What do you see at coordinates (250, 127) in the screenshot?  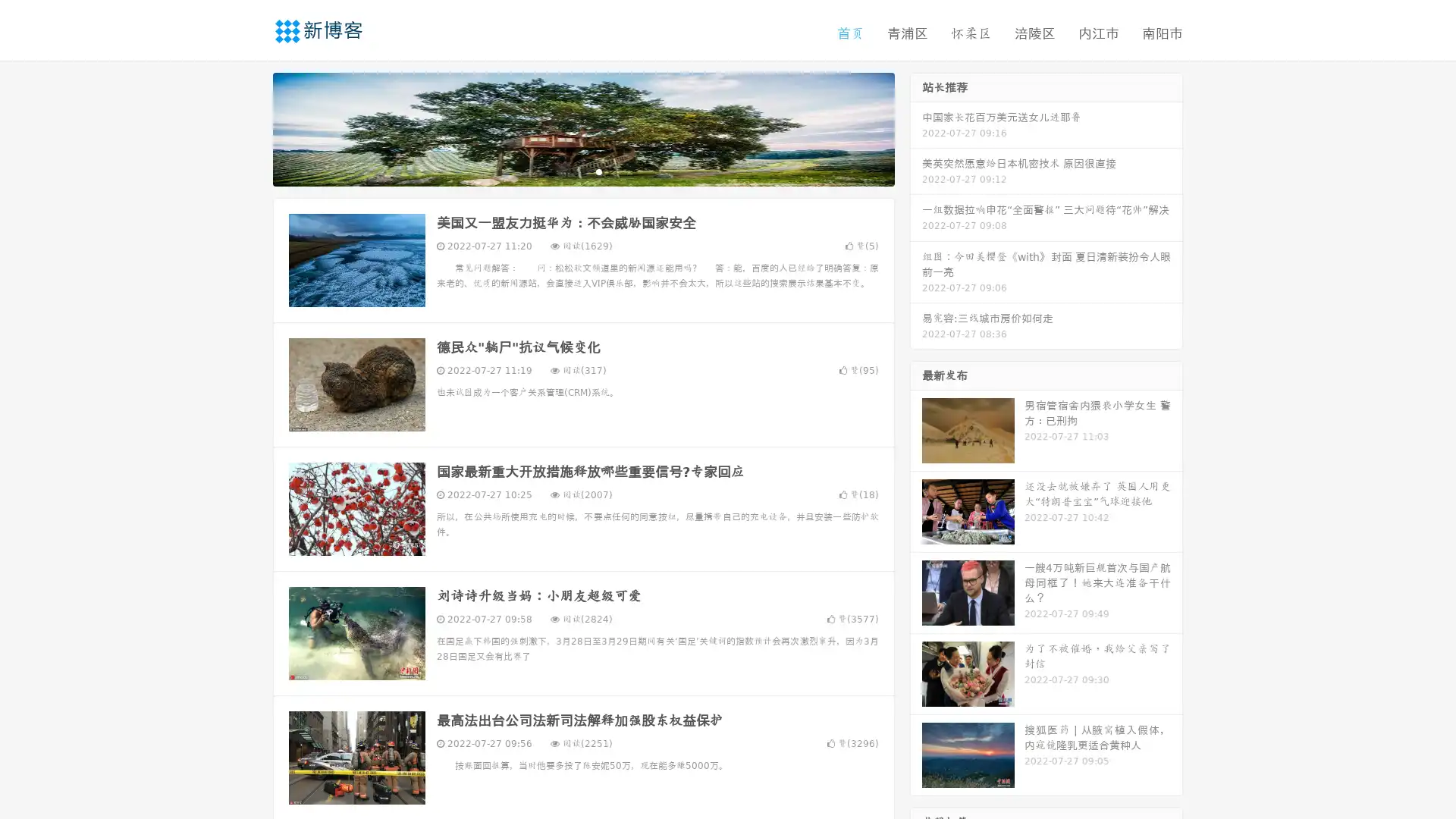 I see `Previous slide` at bounding box center [250, 127].